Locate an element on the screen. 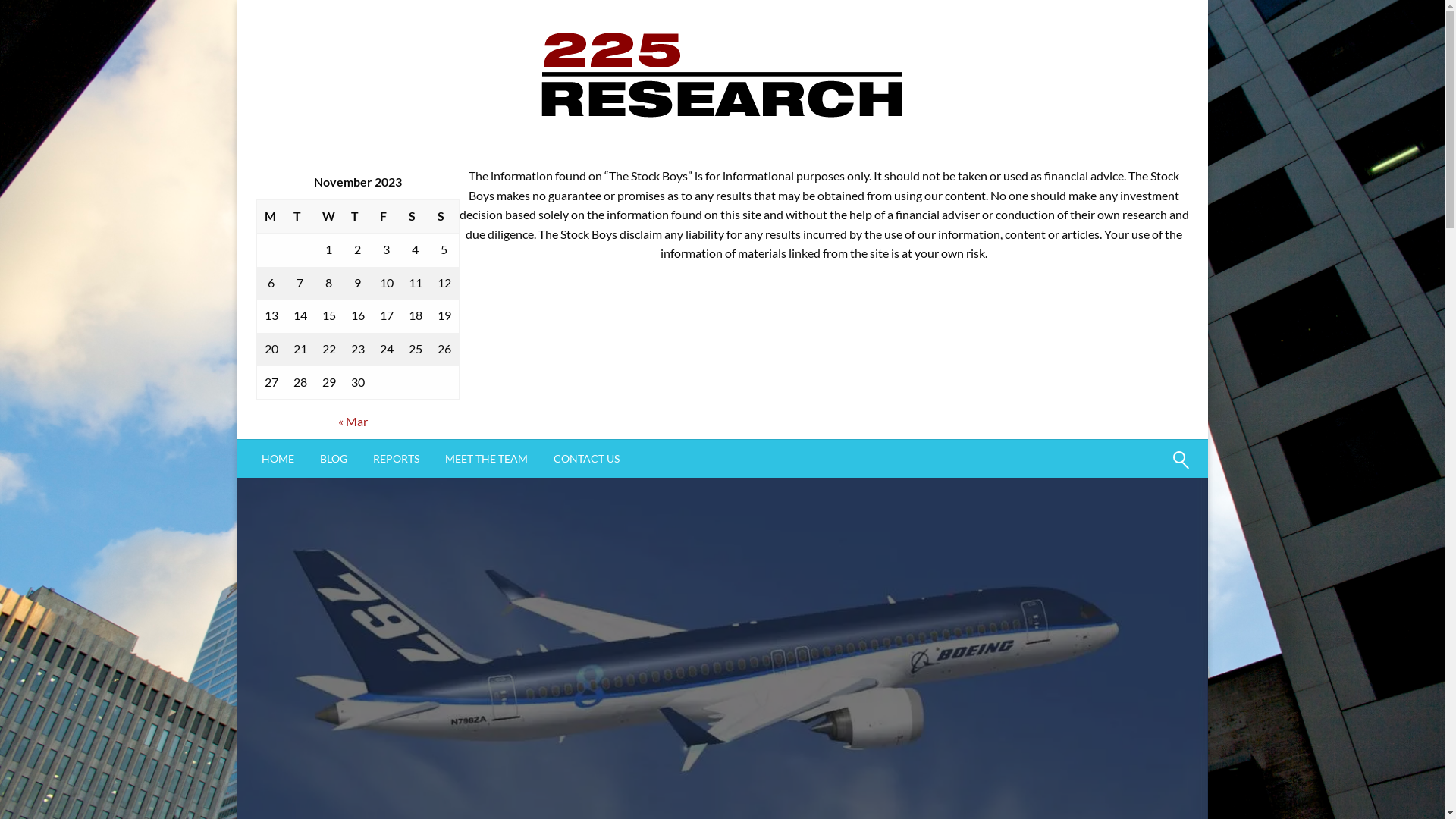 Image resolution: width=1456 pixels, height=819 pixels. '225Research' is located at coordinates (615, 171).